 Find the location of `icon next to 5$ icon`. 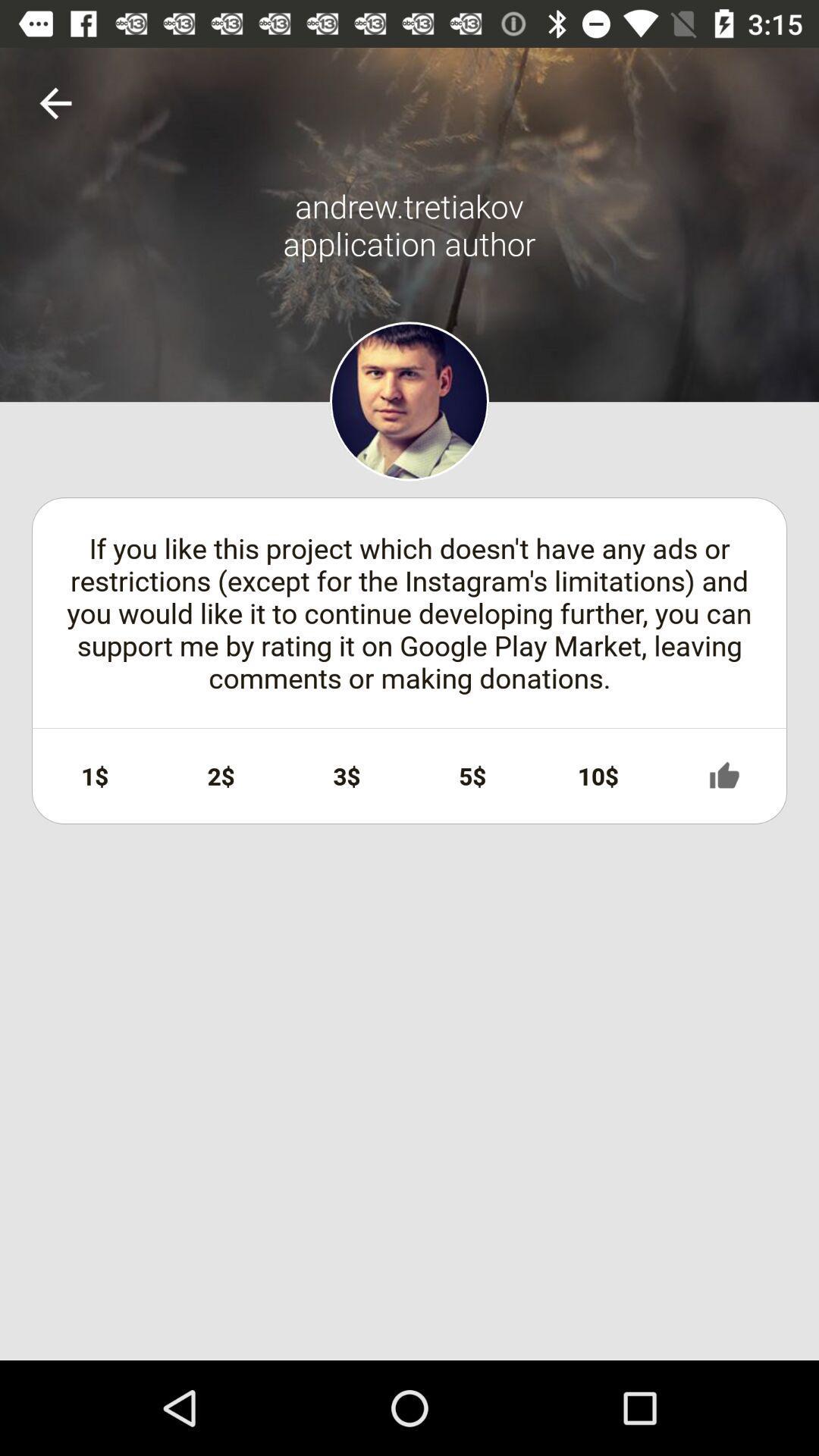

icon next to 5$ icon is located at coordinates (347, 776).